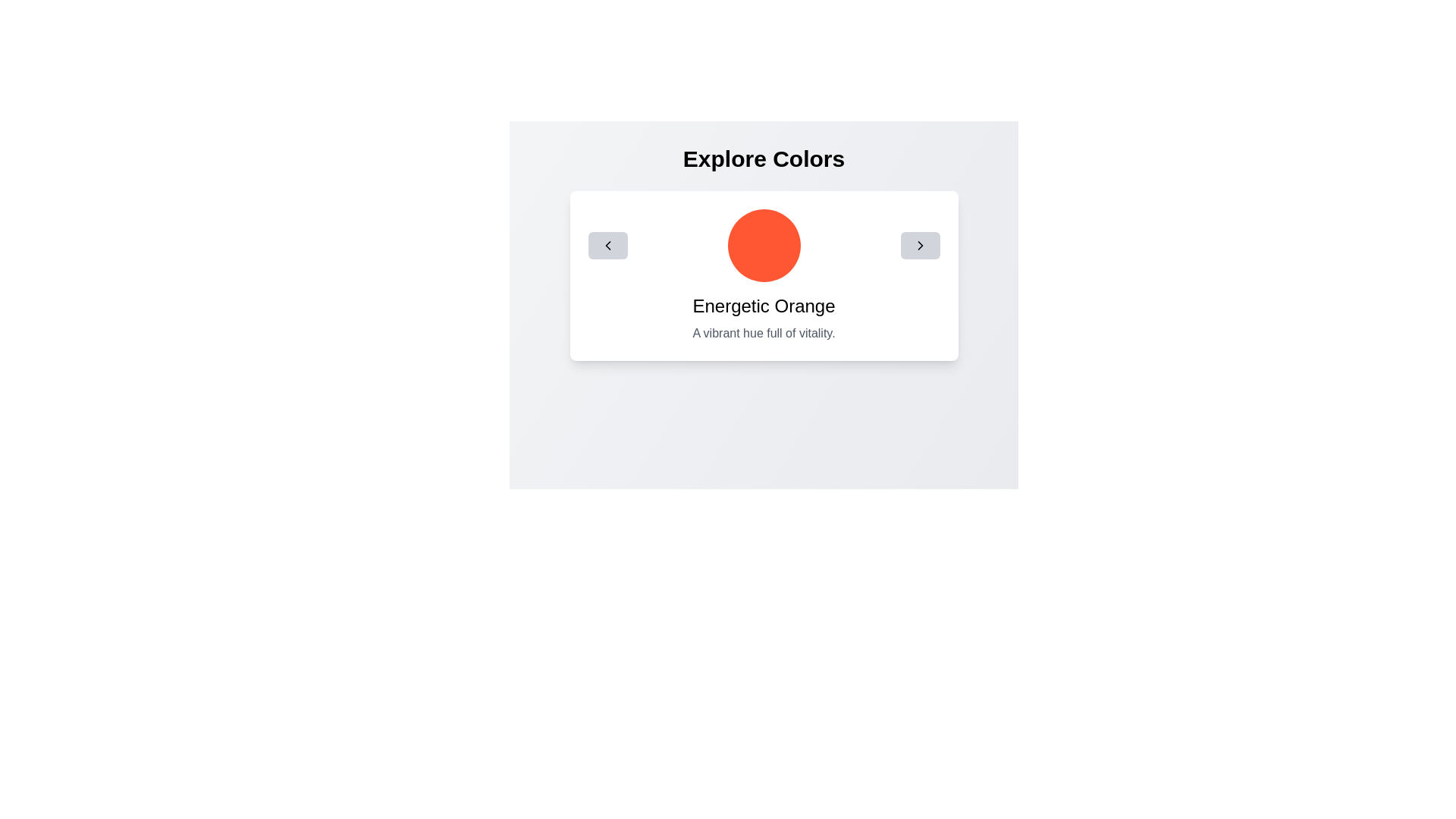 The height and width of the screenshot is (819, 1456). What do you see at coordinates (764, 158) in the screenshot?
I see `the section title label that introduces the content below, positioned at the top center of the interface, above the description and interactive elements` at bounding box center [764, 158].